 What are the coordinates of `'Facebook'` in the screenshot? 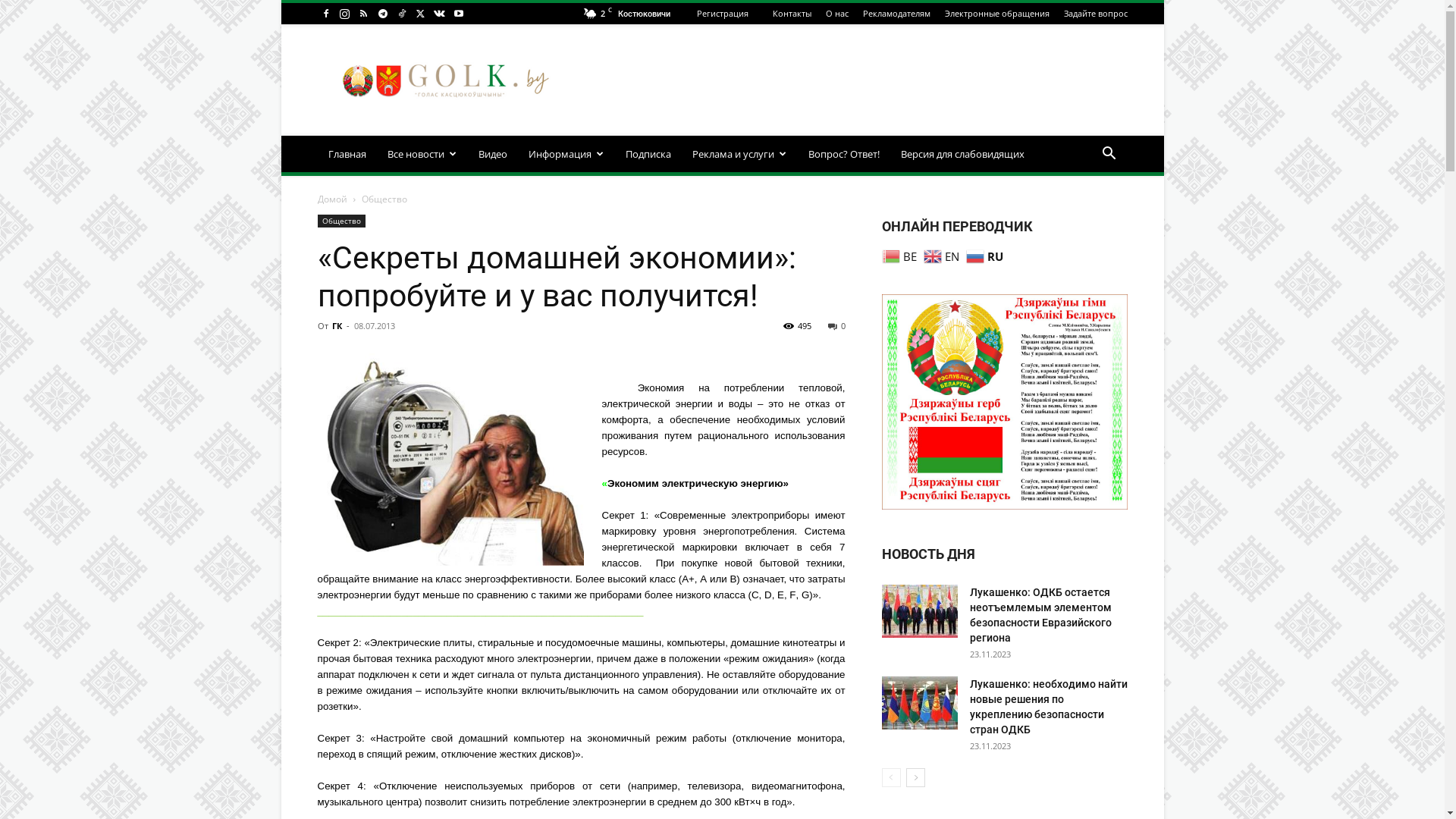 It's located at (324, 13).